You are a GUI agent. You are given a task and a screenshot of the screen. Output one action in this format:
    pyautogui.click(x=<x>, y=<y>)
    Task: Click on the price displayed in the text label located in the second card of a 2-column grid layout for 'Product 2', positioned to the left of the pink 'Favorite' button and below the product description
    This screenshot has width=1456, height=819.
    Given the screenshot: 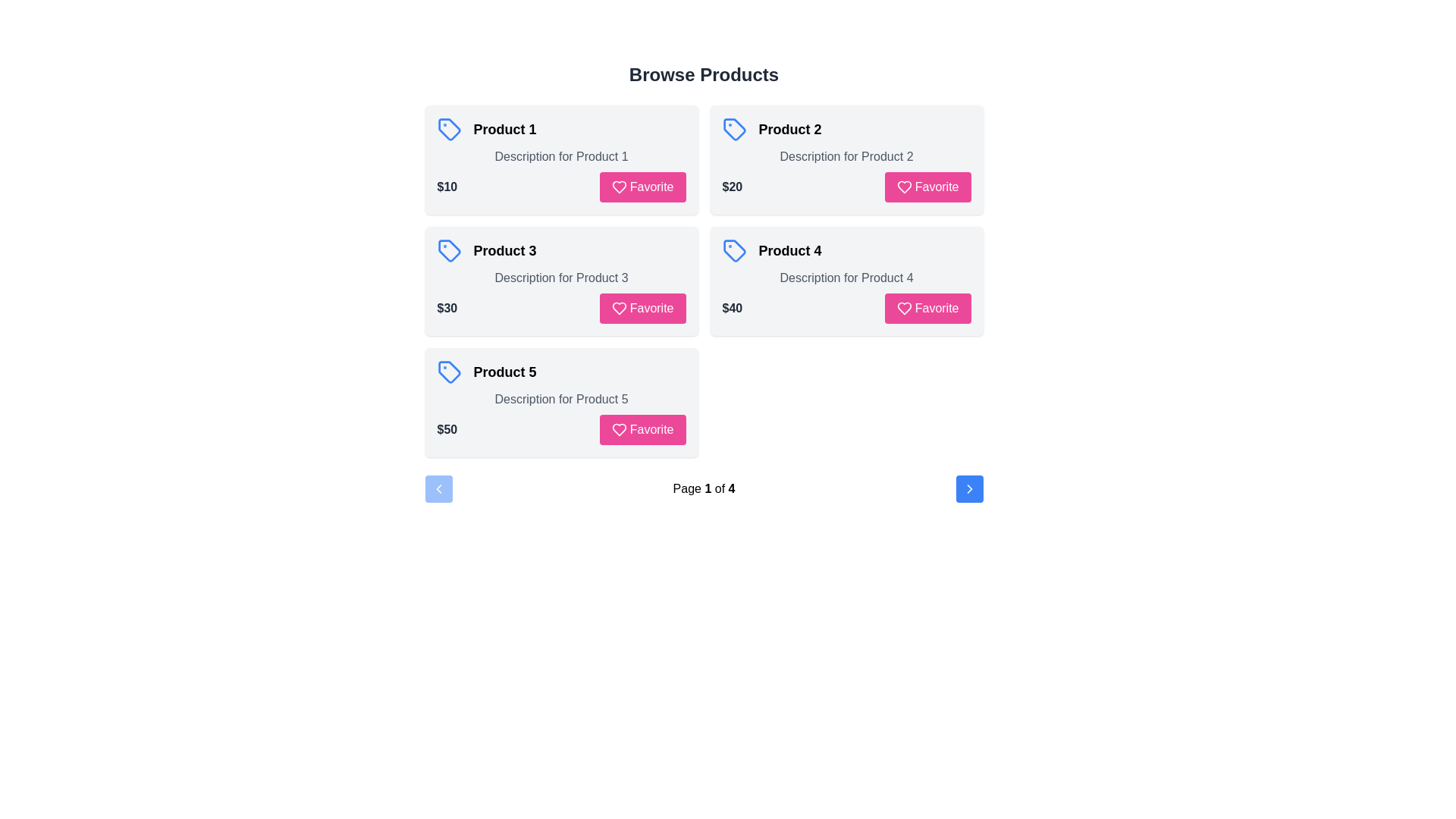 What is the action you would take?
    pyautogui.click(x=732, y=186)
    